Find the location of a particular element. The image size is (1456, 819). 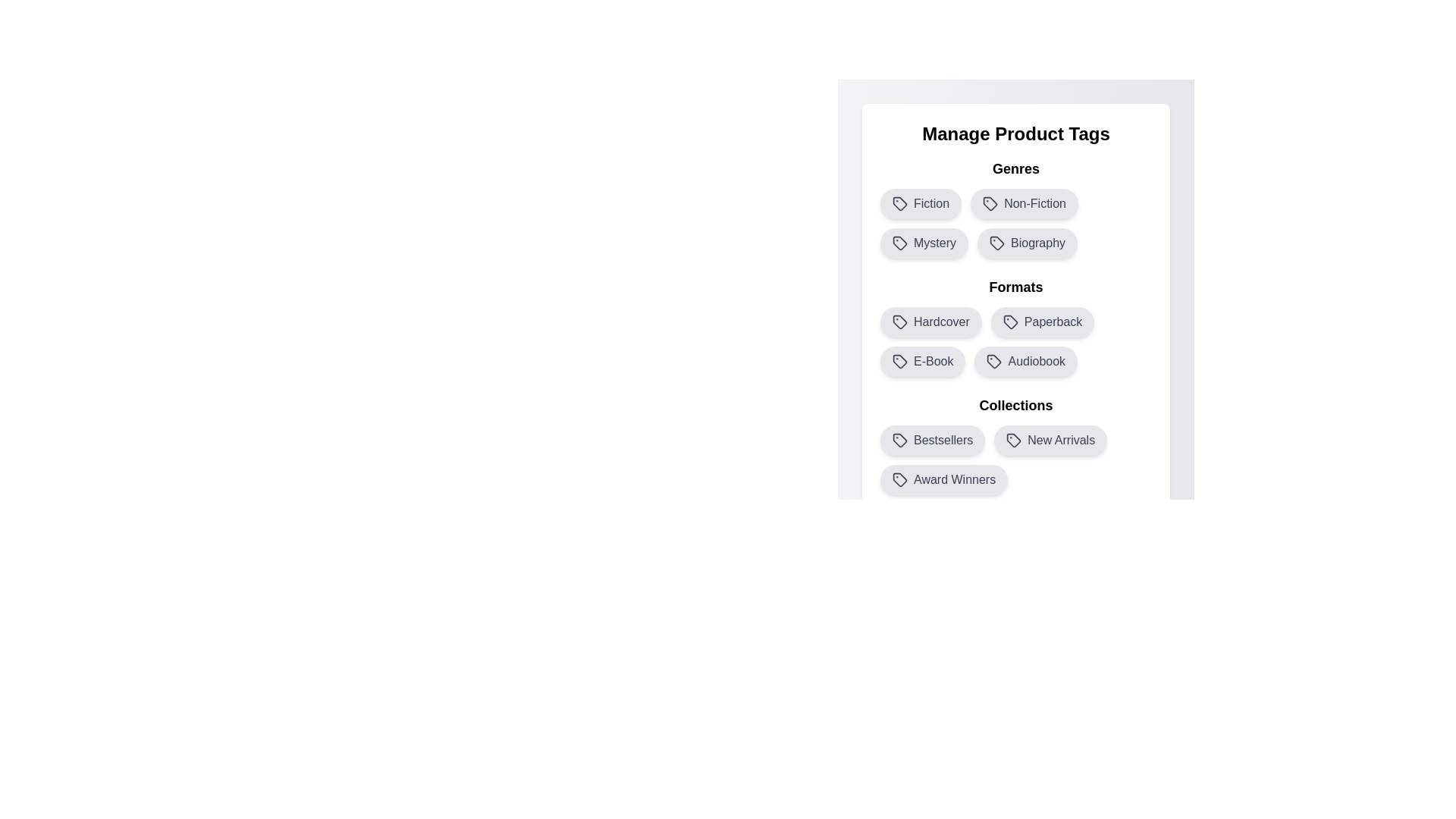

the 'Award Winners' button, which has rounded edges, a light gray background, and dark gray text, located under the 'Collections' section as the third button in the group is located at coordinates (943, 479).